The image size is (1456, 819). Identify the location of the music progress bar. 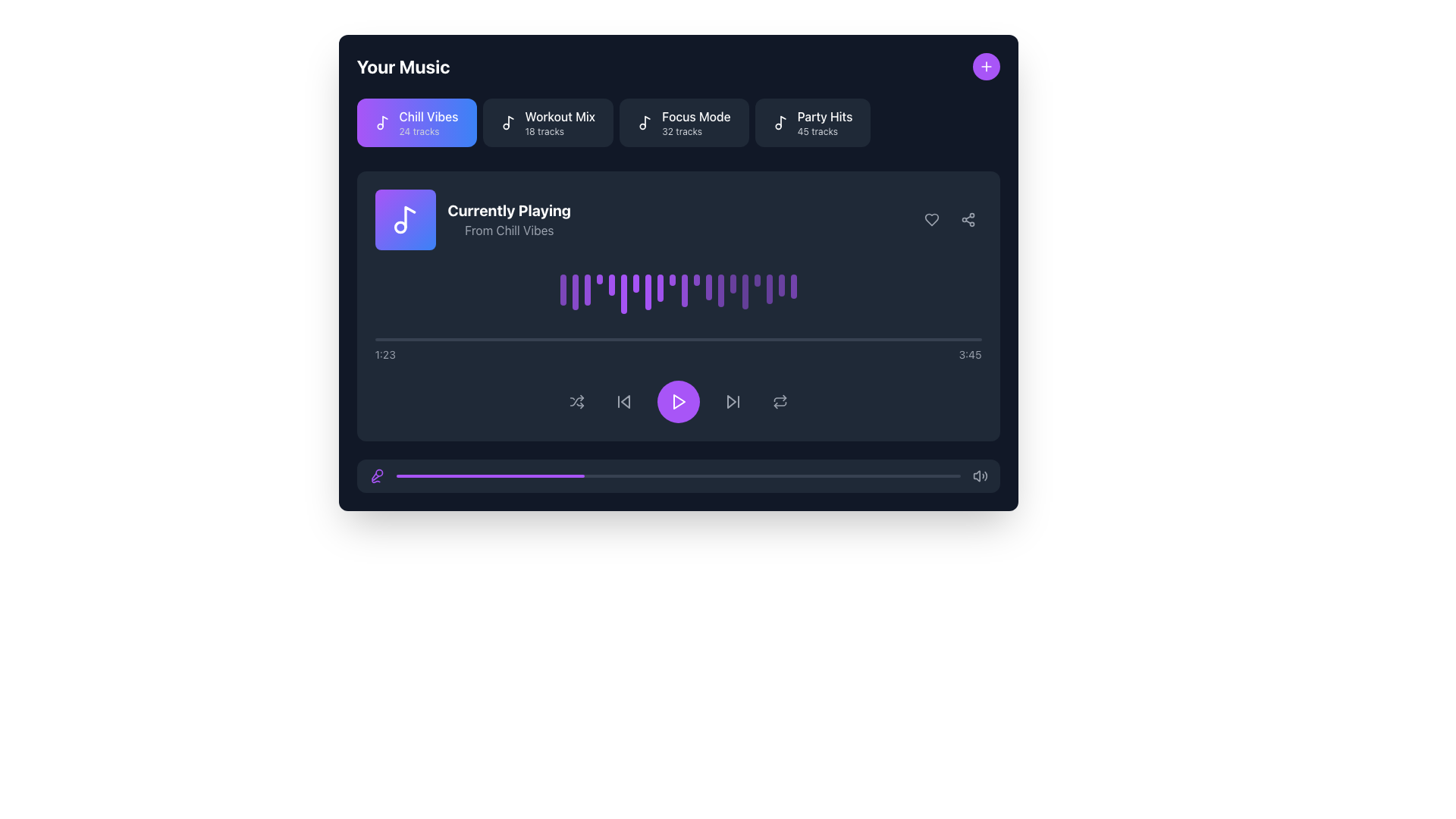
(396, 475).